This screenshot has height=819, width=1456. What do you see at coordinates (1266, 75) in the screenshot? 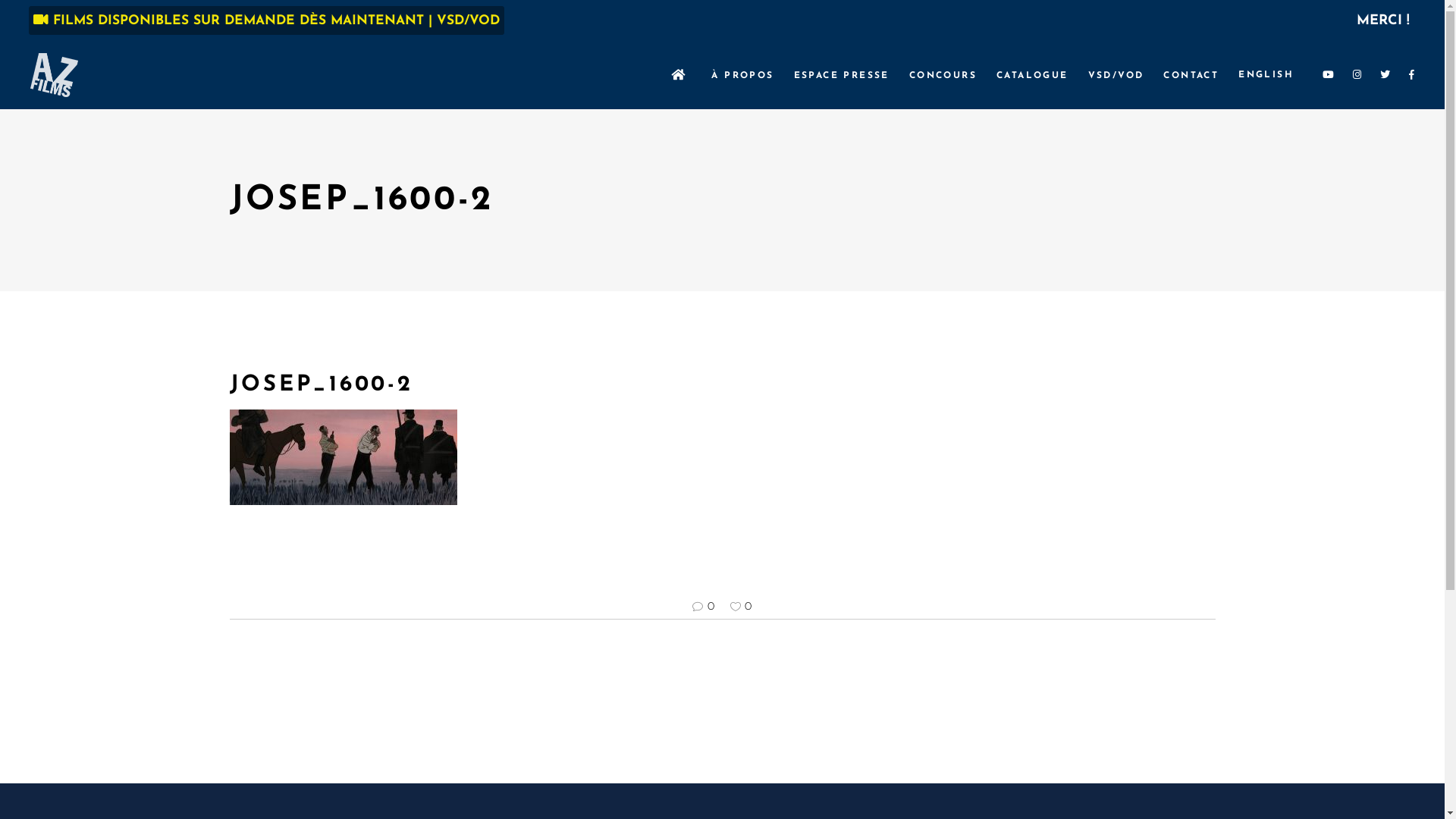
I see `'ENGLISH'` at bounding box center [1266, 75].